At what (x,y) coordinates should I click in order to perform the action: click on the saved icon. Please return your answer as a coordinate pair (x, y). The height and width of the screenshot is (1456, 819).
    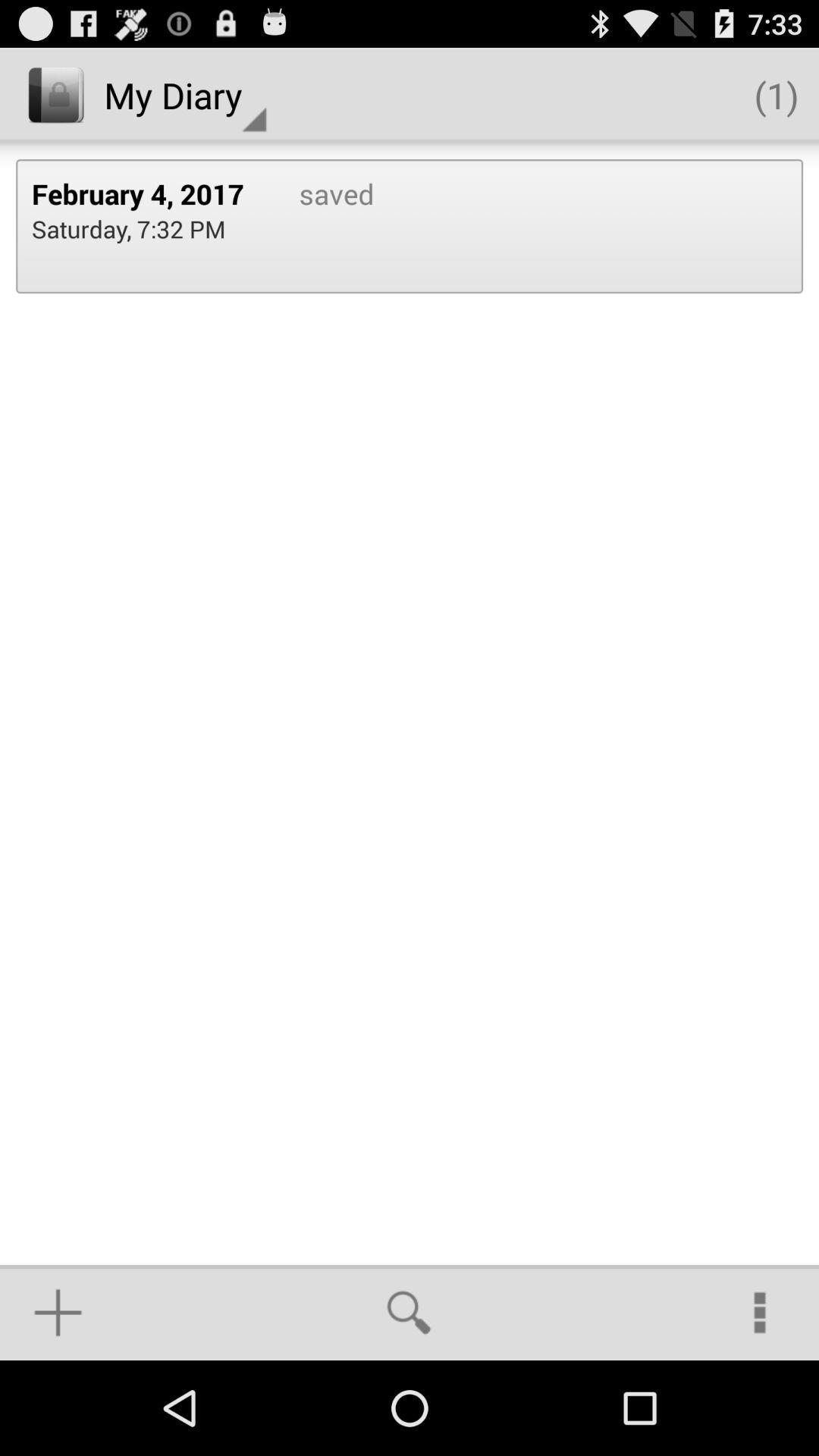
    Looking at the image, I should click on (320, 225).